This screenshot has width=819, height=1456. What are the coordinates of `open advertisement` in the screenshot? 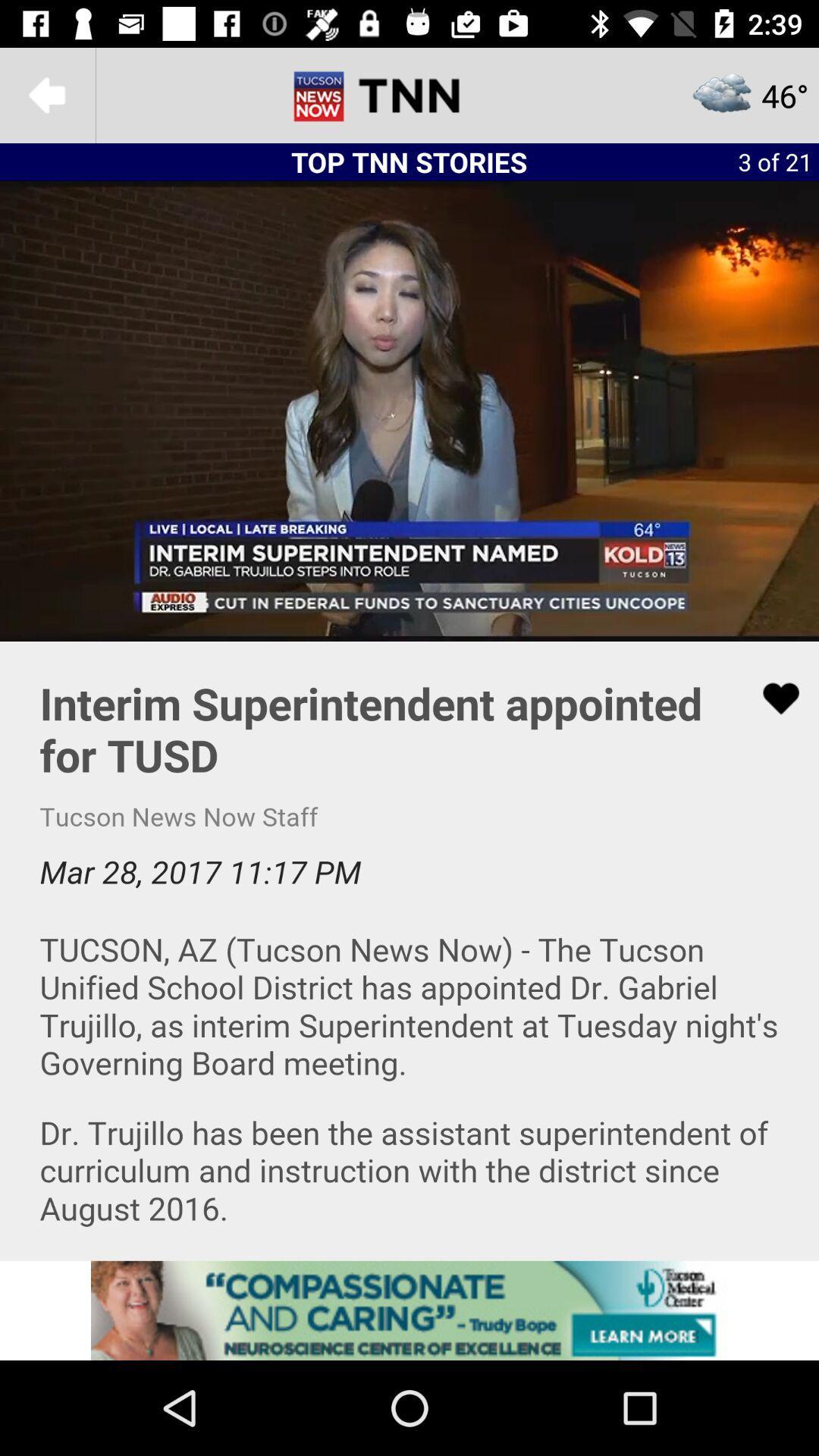 It's located at (409, 1310).